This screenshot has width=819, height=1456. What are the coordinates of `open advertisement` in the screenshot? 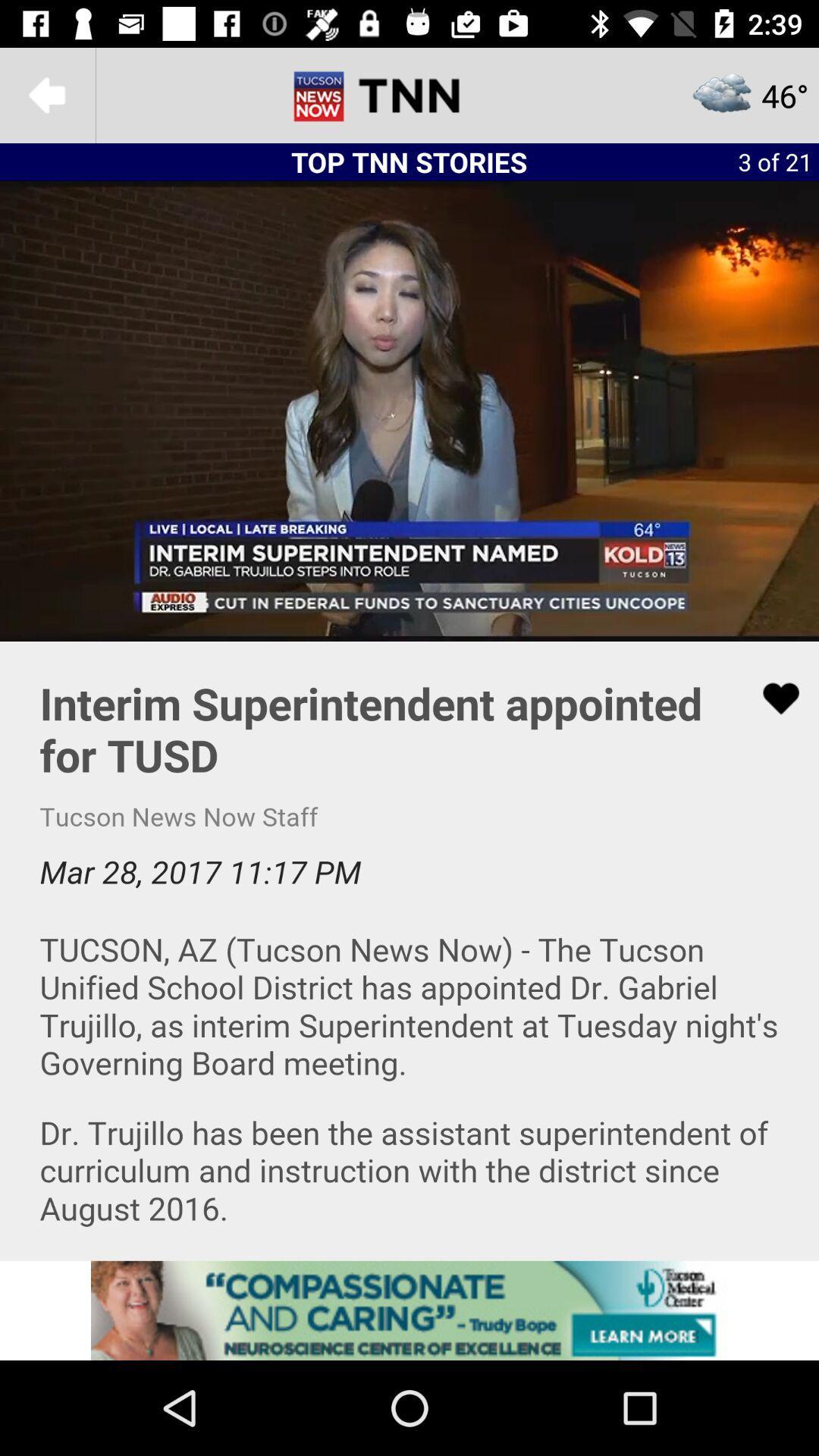 It's located at (409, 1310).